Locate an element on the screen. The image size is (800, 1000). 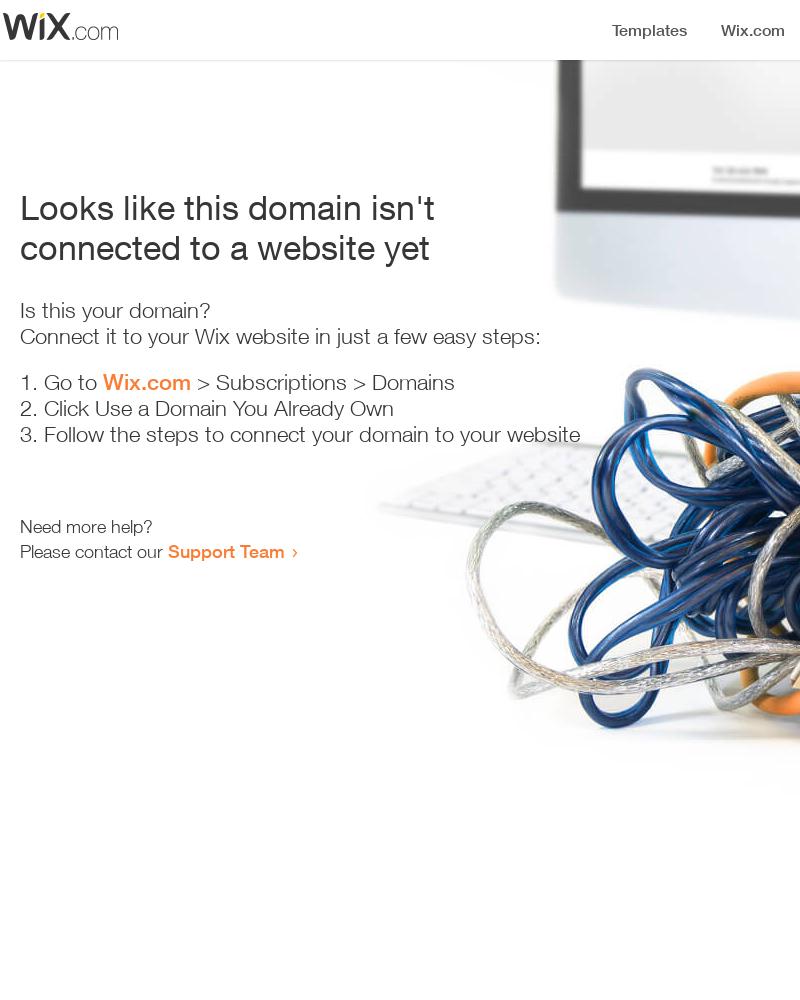
'> Subscriptions > Domains' is located at coordinates (321, 382).